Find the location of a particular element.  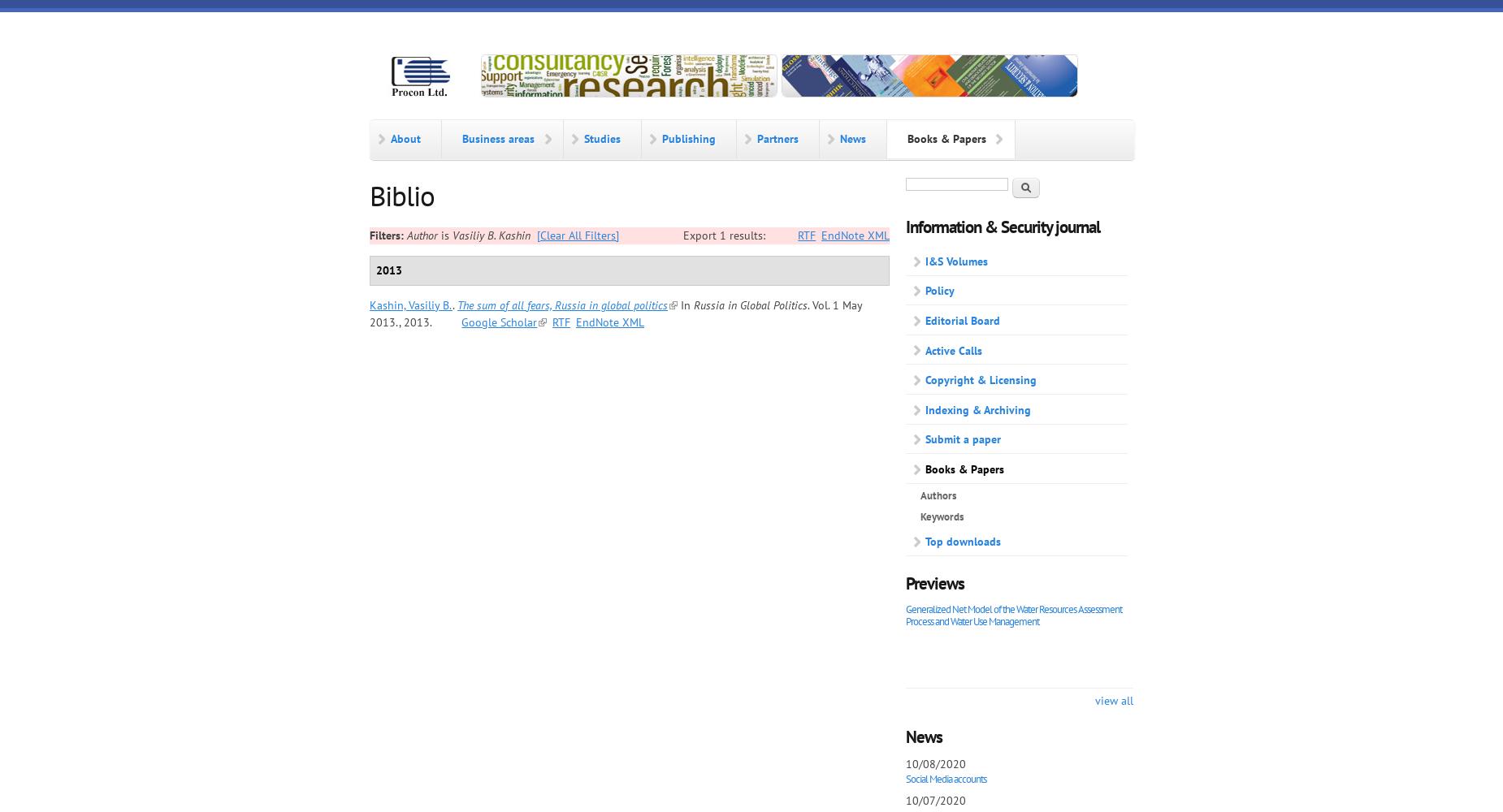

'In' is located at coordinates (685, 304).